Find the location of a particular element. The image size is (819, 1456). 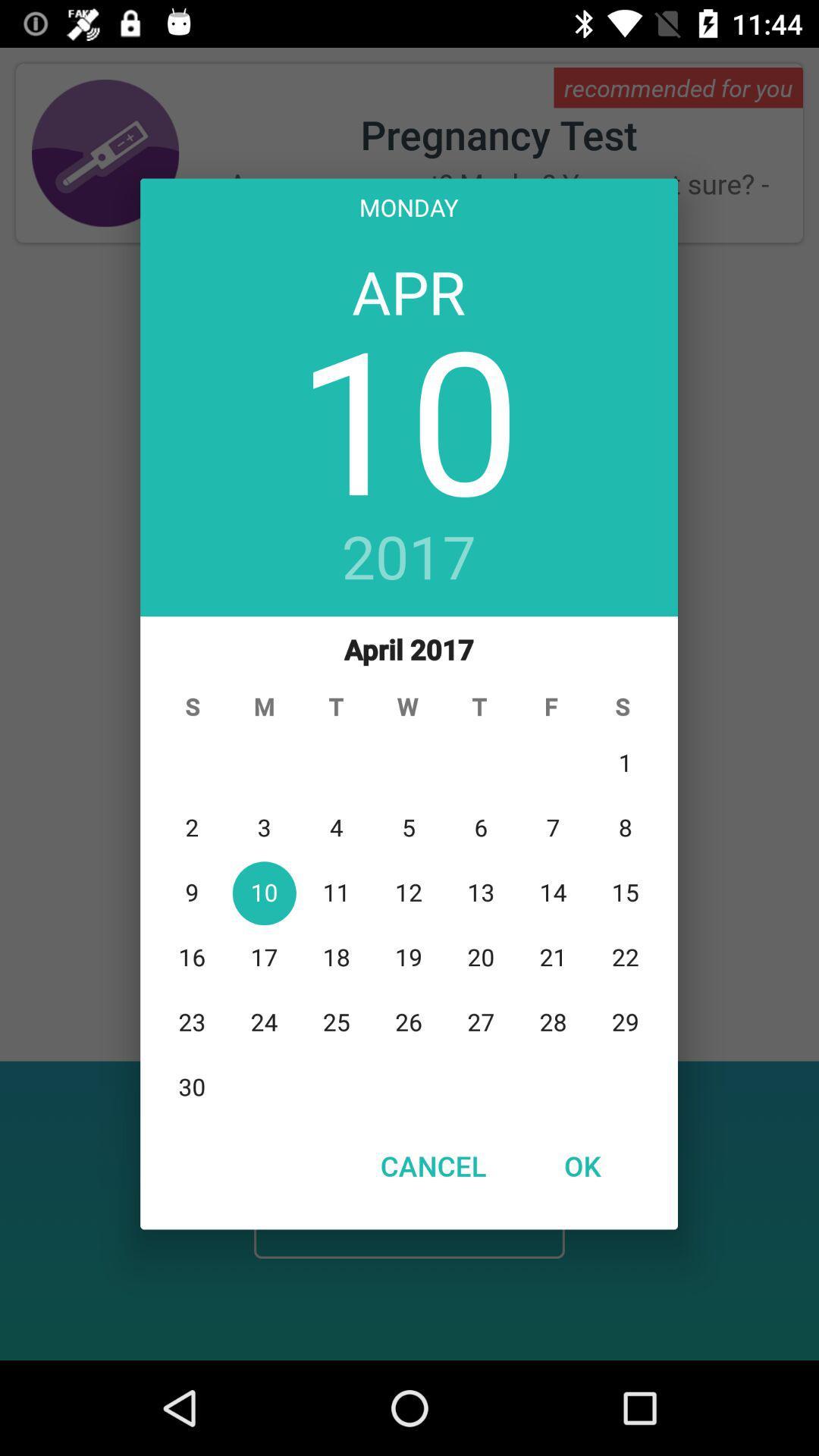

the 2017 is located at coordinates (408, 558).